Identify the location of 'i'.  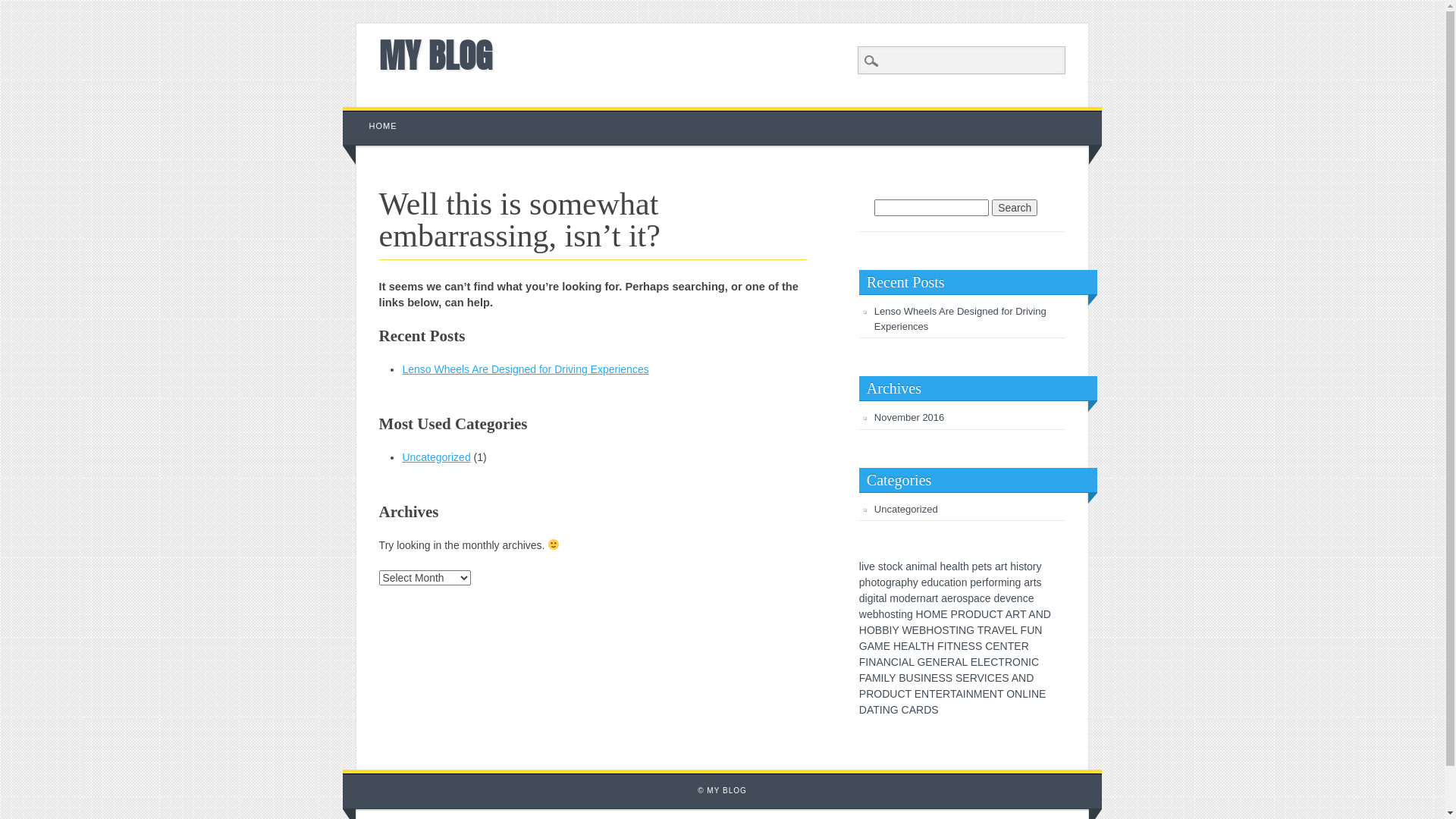
(1008, 581).